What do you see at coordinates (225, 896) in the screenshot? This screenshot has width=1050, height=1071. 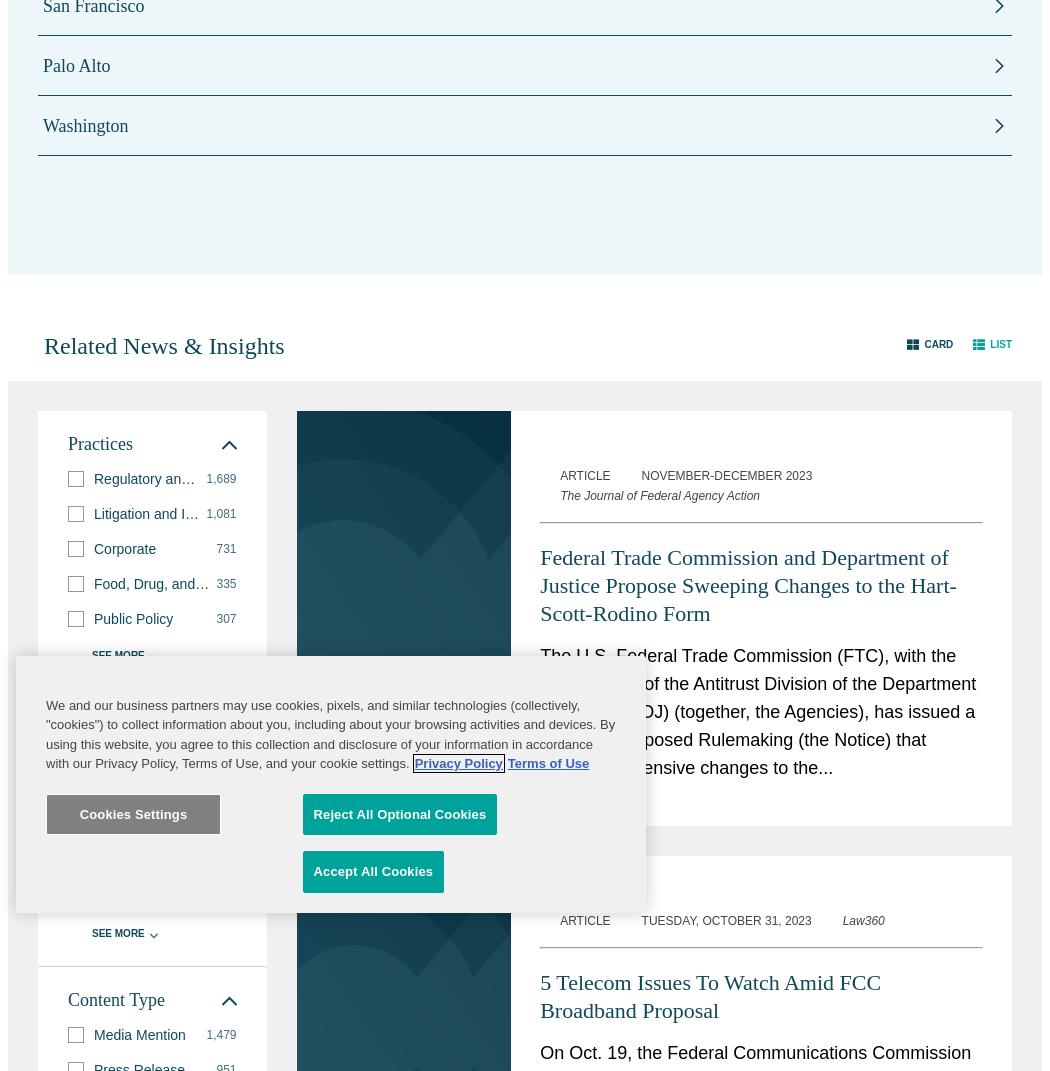 I see `'111'` at bounding box center [225, 896].